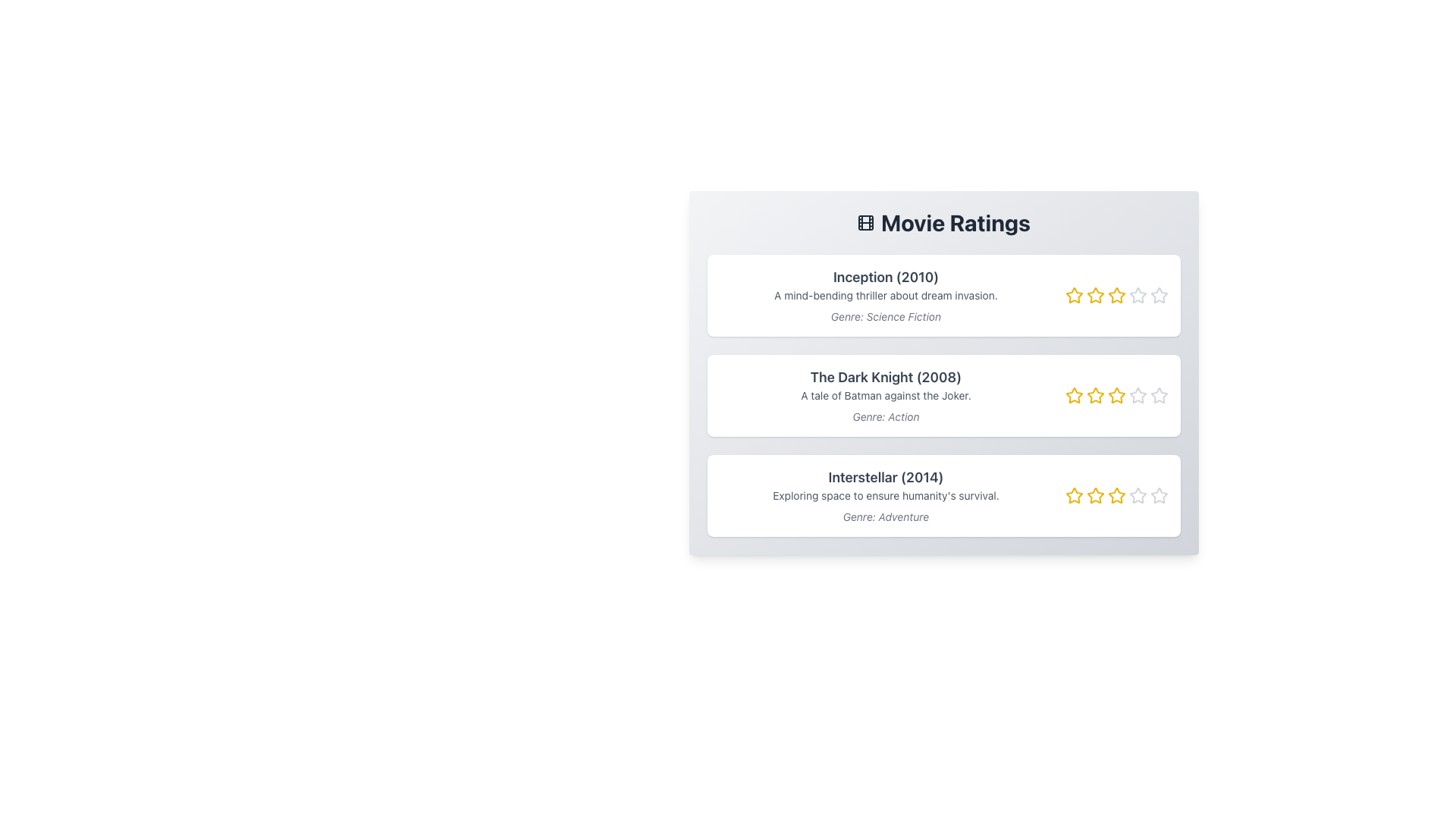 This screenshot has width=1456, height=819. Describe the element at coordinates (886, 278) in the screenshot. I see `the title and release year text of the movie 'Inception'` at that location.